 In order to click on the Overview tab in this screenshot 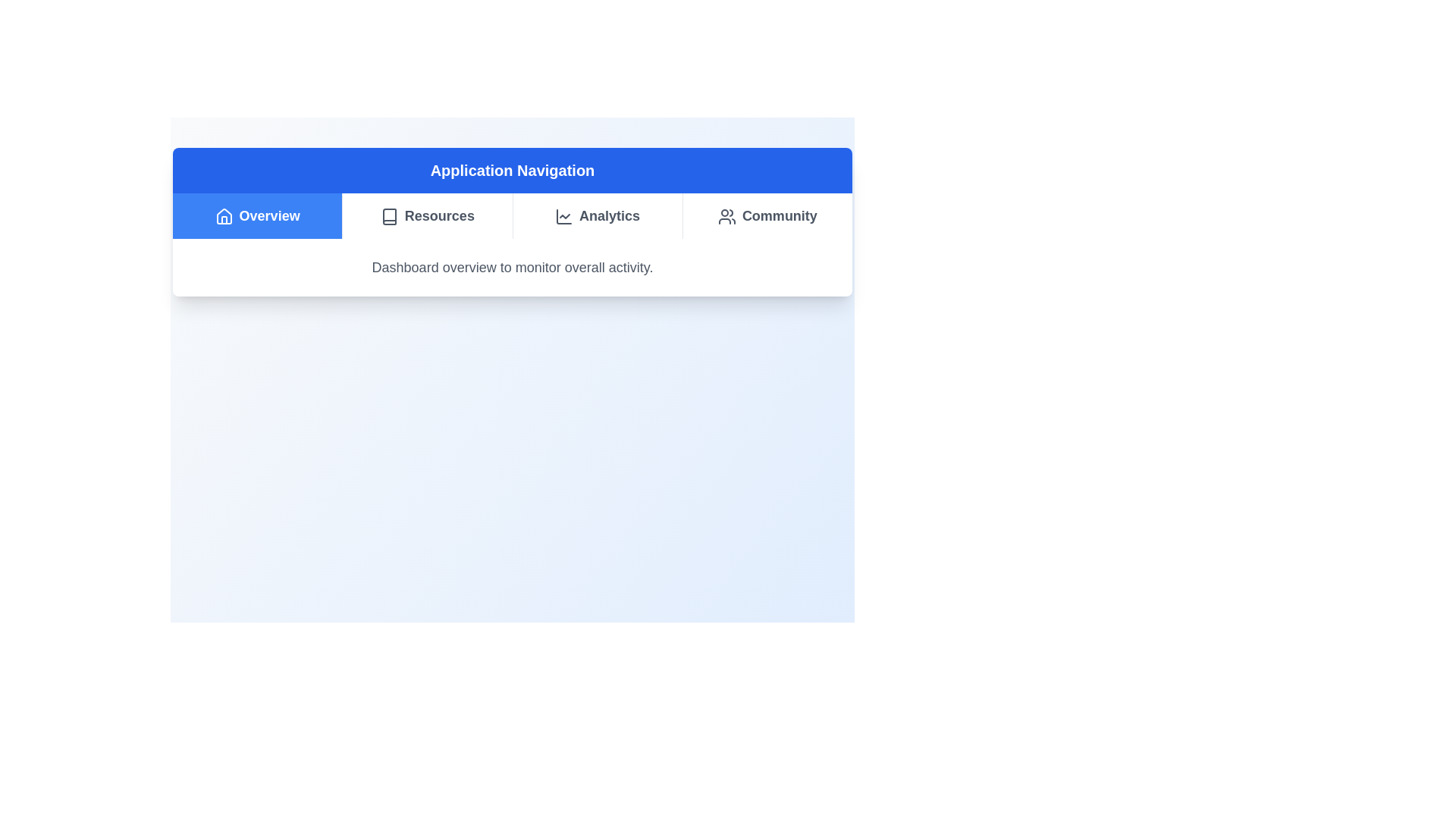, I will do `click(257, 216)`.